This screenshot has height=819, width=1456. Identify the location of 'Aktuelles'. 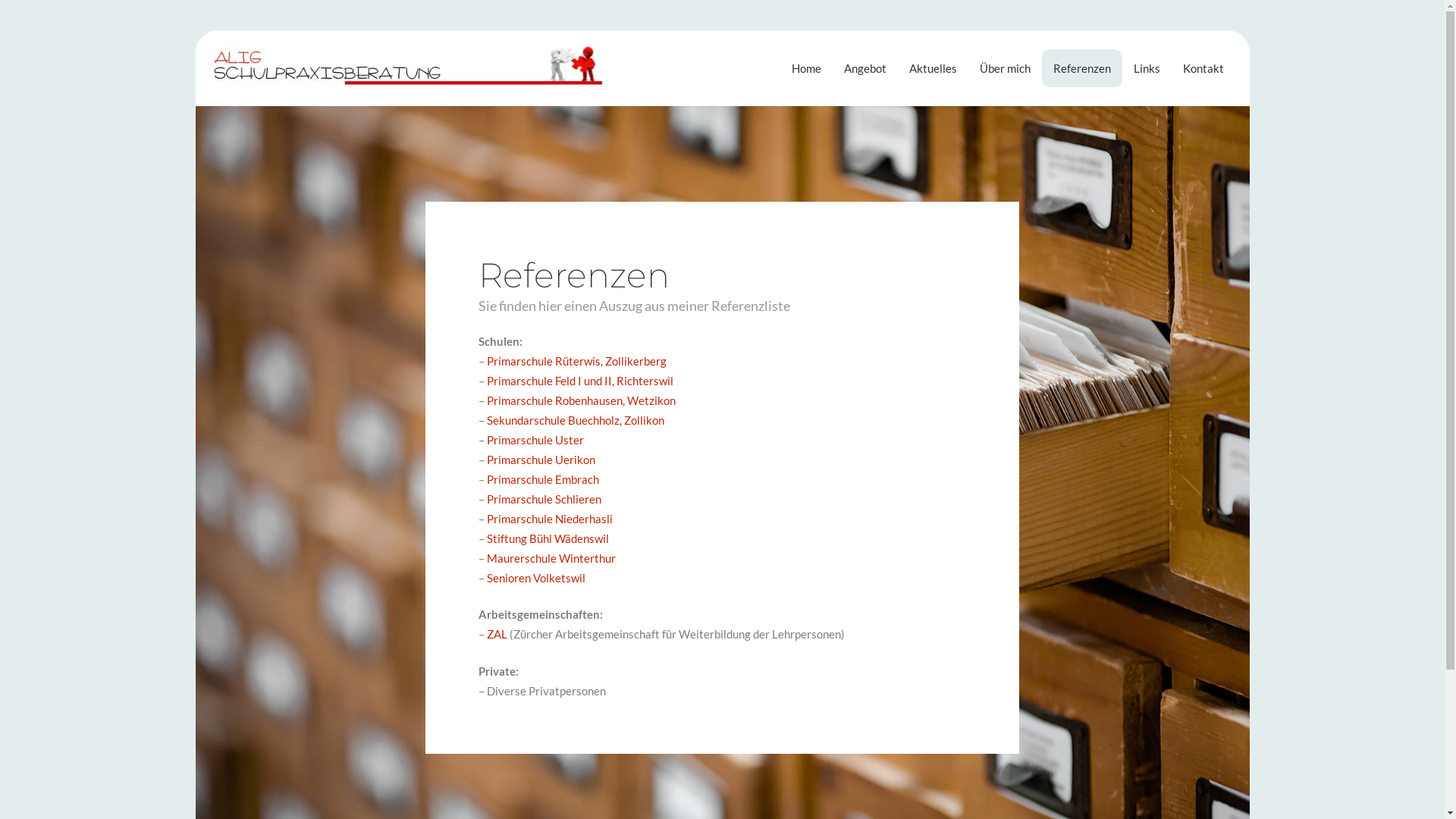
(932, 67).